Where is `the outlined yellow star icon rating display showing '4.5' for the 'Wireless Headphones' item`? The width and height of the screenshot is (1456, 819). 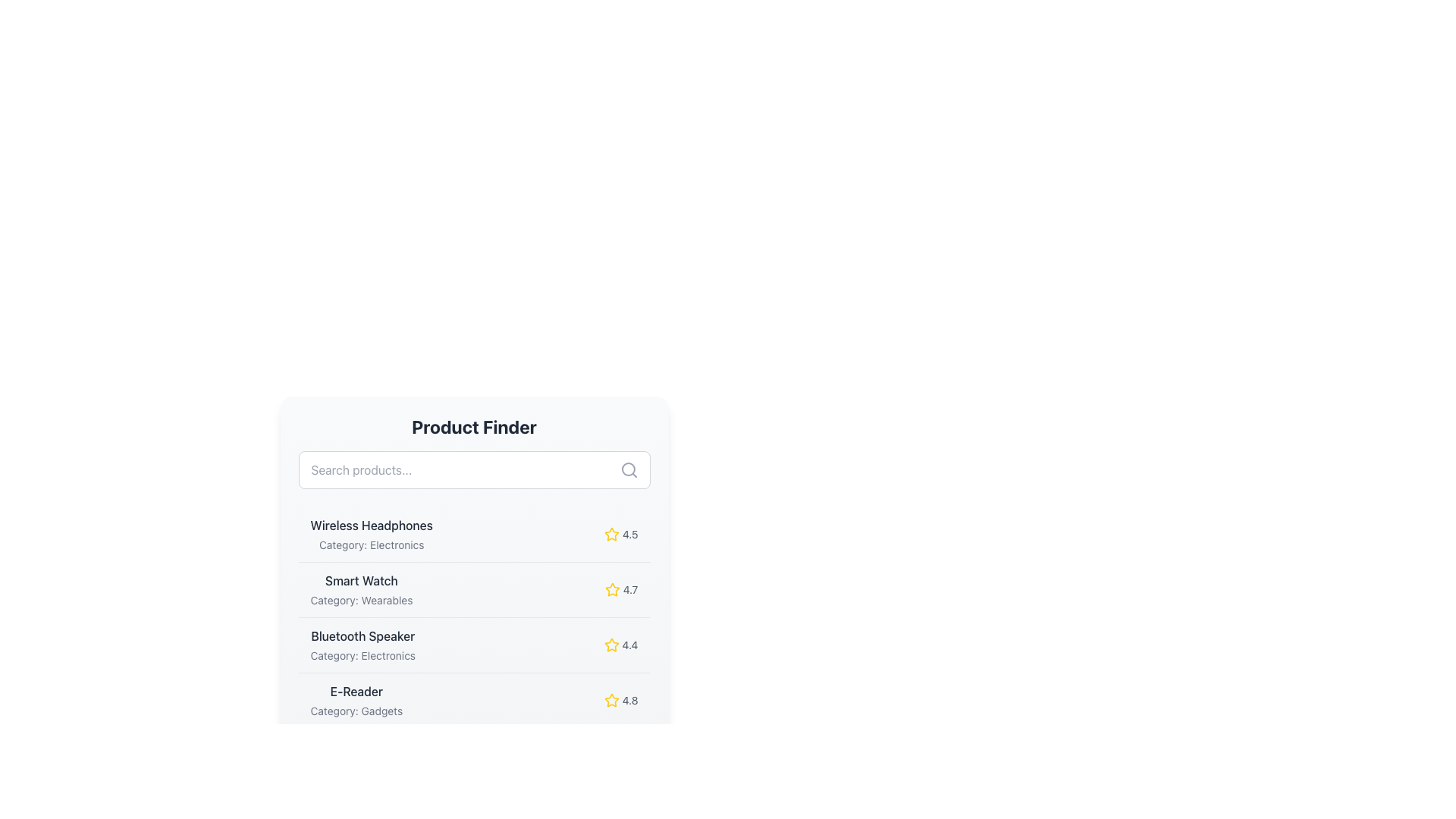
the outlined yellow star icon rating display showing '4.5' for the 'Wireless Headphones' item is located at coordinates (621, 534).